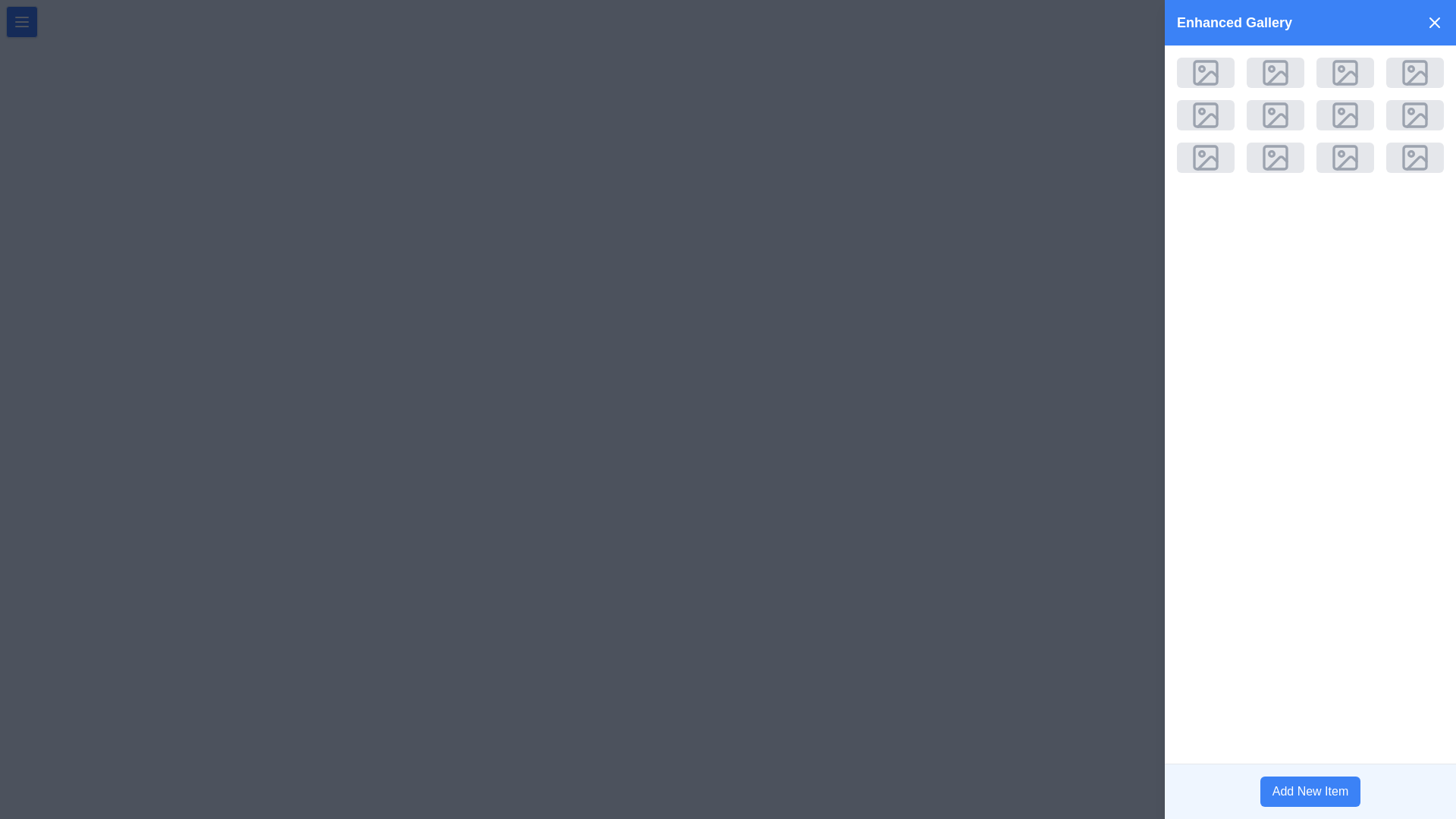 The width and height of the screenshot is (1456, 819). Describe the element at coordinates (1274, 114) in the screenshot. I see `the hollow icon representing an image, which resembles a picture frame with a minimalist design, located in the second row and third column of the 'Enhanced Gallery' interface` at that location.